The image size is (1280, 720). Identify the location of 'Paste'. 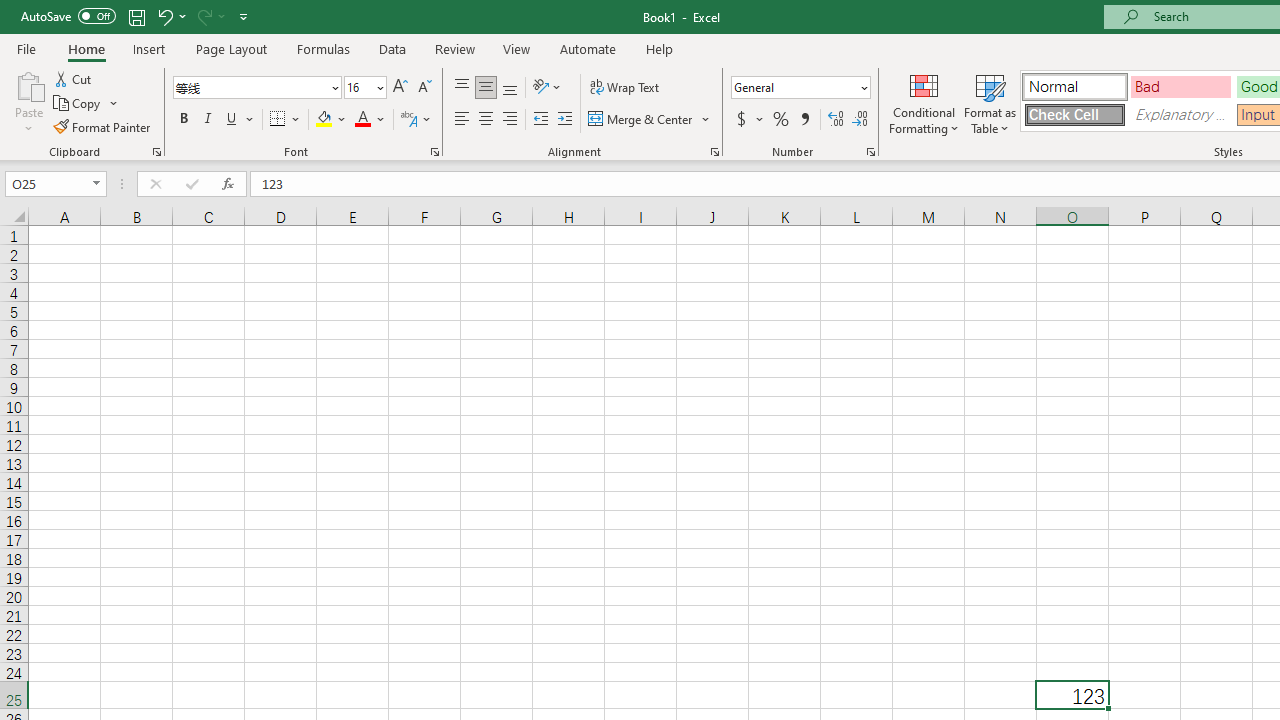
(28, 84).